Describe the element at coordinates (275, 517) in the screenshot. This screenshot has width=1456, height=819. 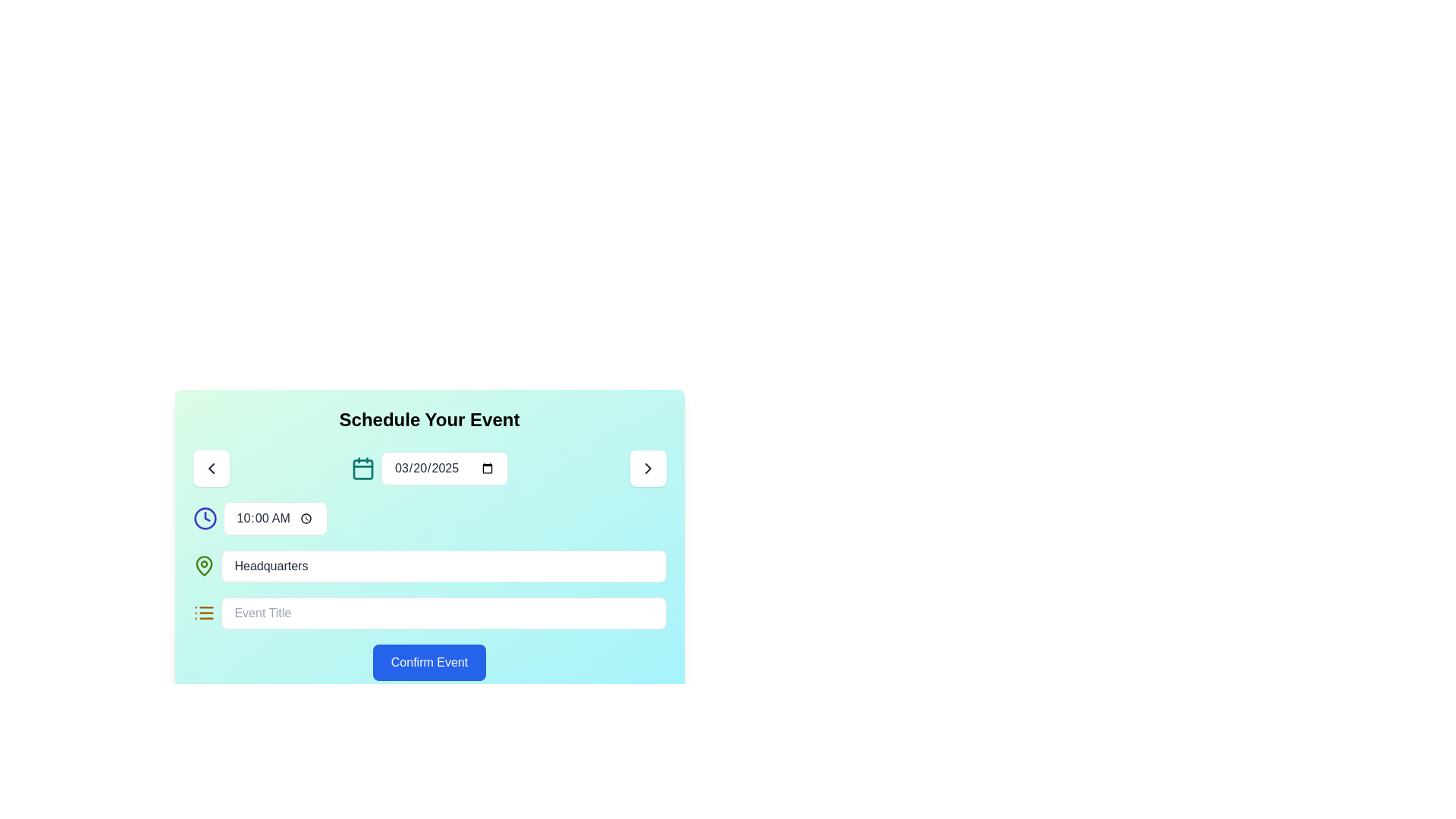
I see `the Time input field element, which is a rectangular input field displaying '10:00 AM' and positioned next to a clock icon` at that location.